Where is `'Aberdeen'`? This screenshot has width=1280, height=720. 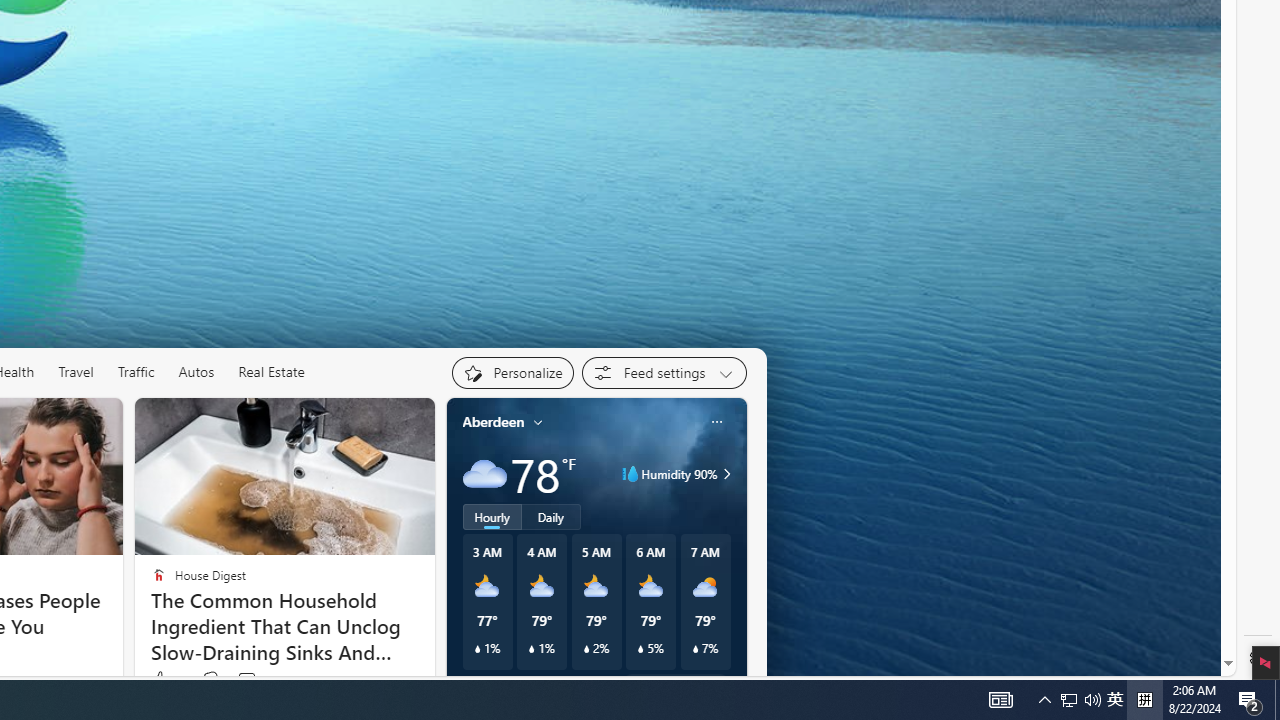
'Aberdeen' is located at coordinates (493, 421).